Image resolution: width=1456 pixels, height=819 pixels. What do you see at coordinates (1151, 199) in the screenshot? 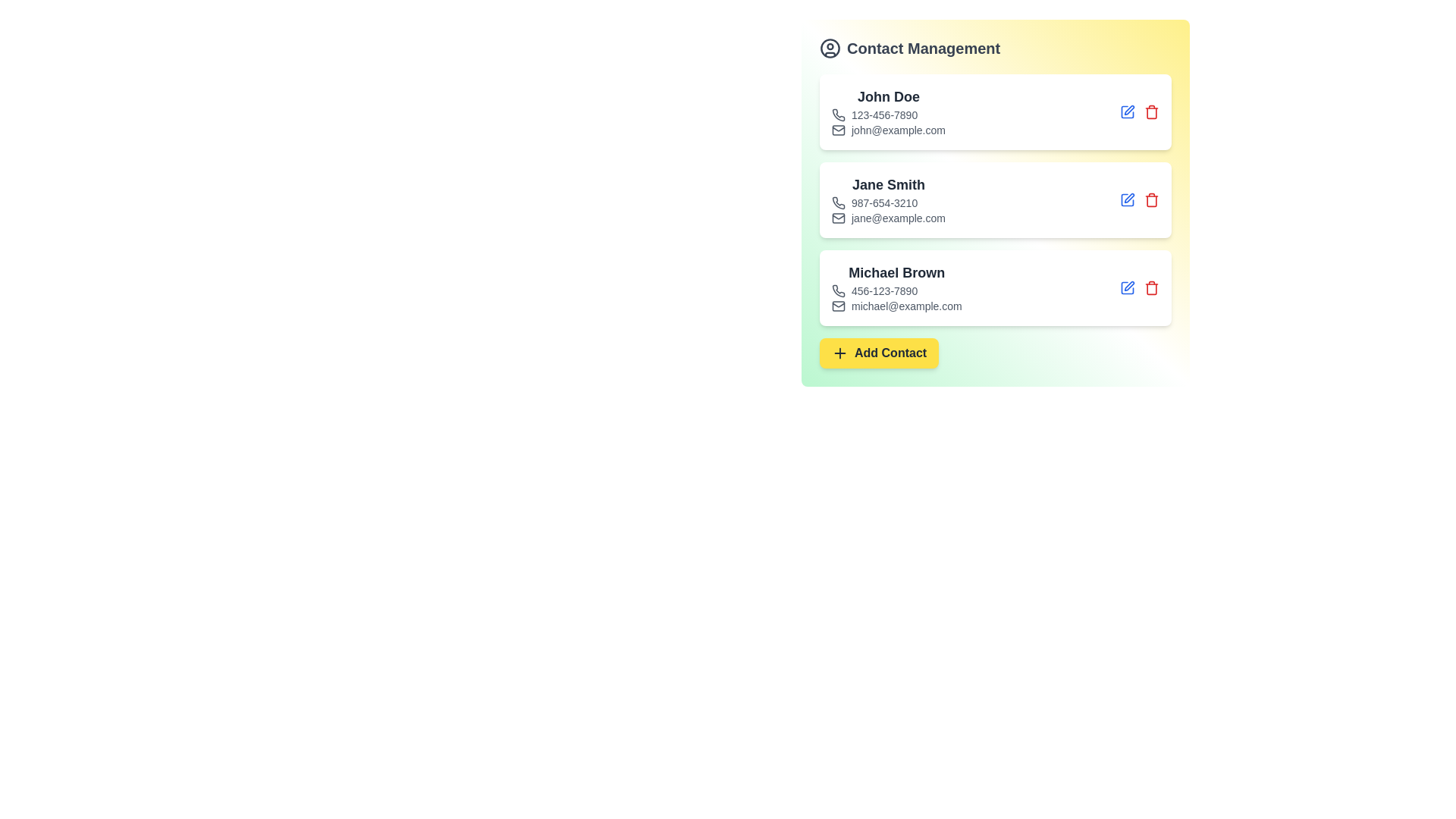
I see `delete button for the contact with name Jane Smith` at bounding box center [1151, 199].